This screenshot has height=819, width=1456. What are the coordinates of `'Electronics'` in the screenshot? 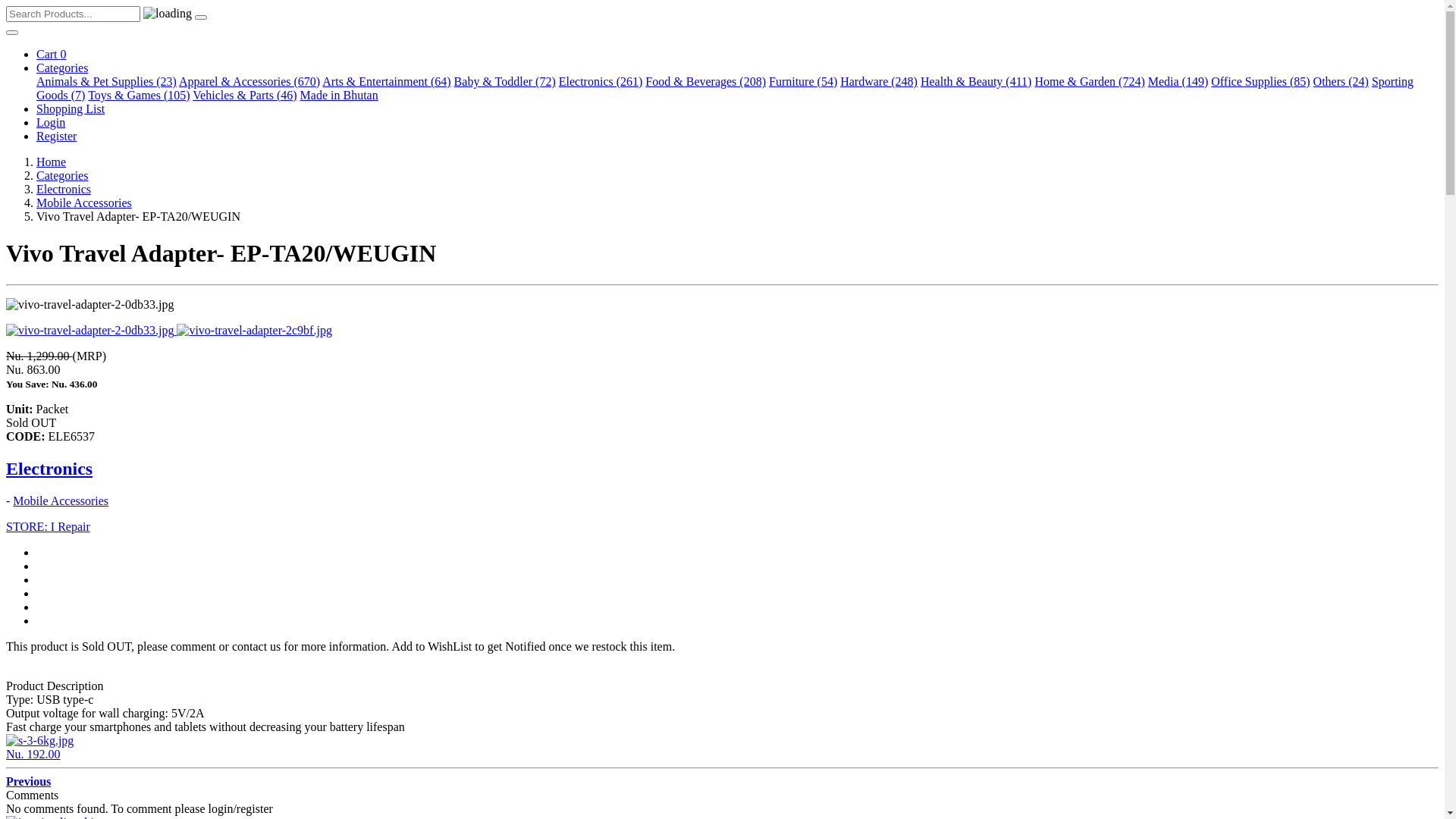 It's located at (6, 467).